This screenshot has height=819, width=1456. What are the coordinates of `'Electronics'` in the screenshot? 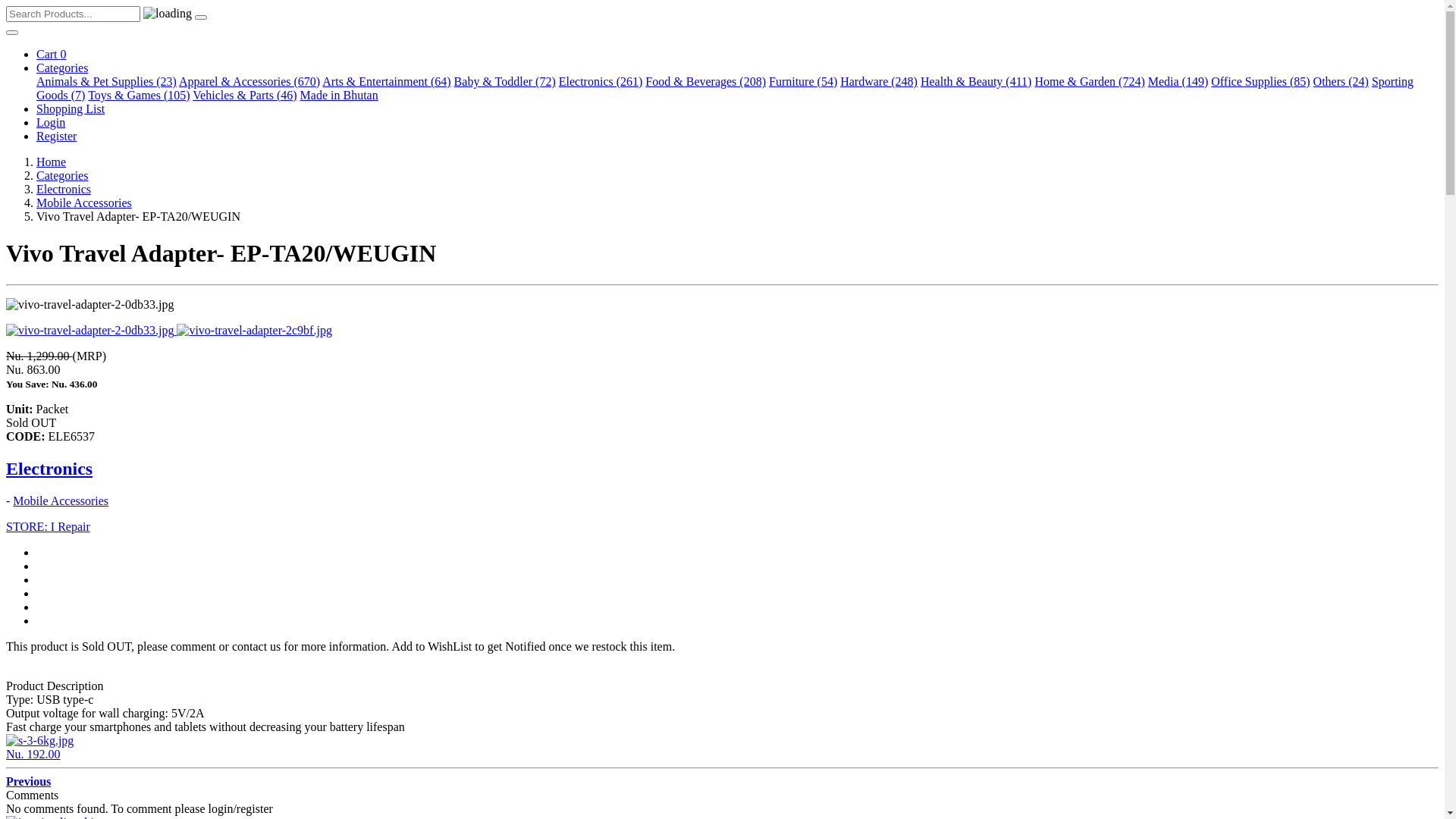 It's located at (6, 467).